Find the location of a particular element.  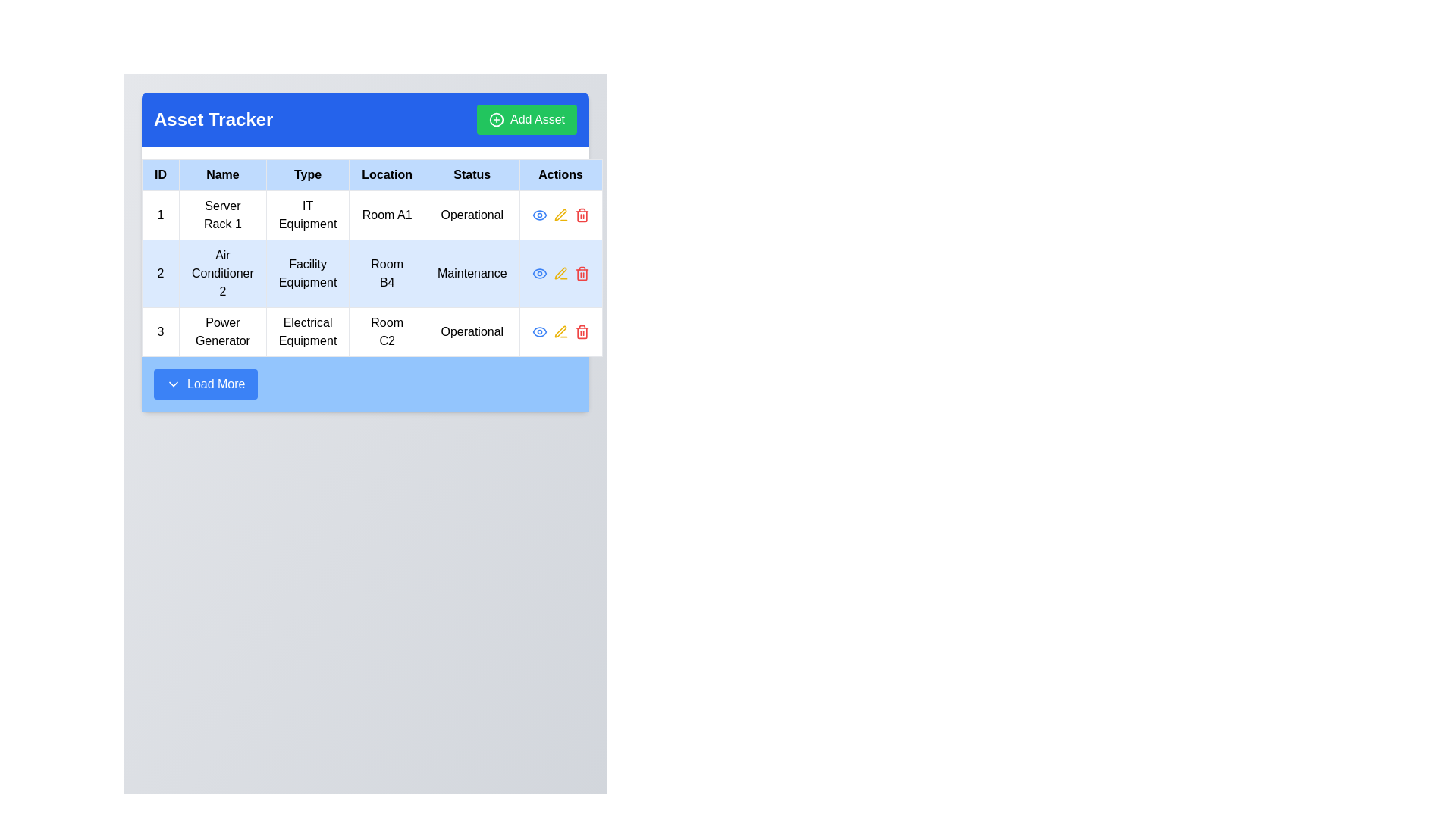

the delete button located at the third position in the 'Actions' column of the last row of the table is located at coordinates (581, 331).